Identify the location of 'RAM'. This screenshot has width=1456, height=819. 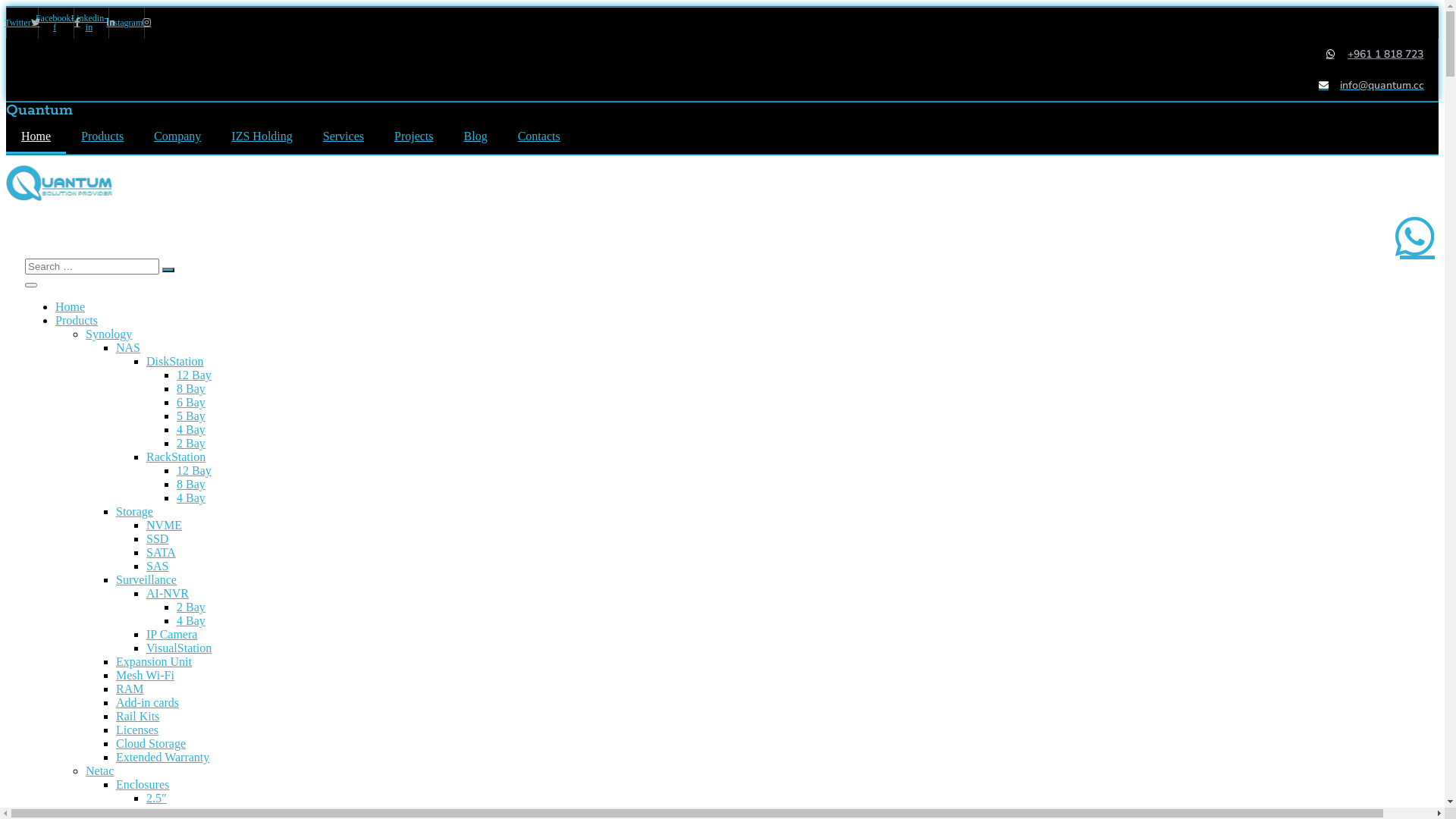
(130, 689).